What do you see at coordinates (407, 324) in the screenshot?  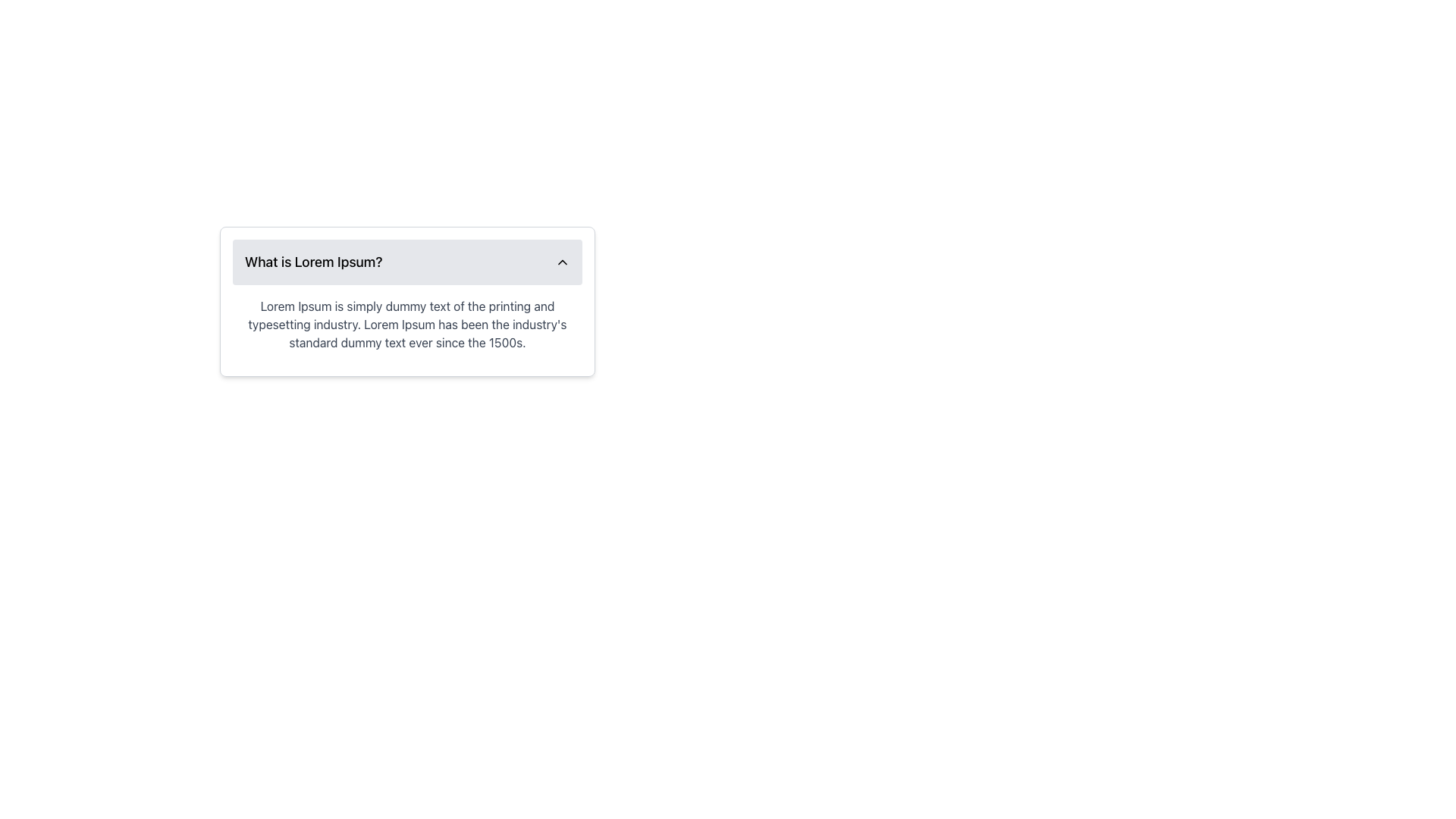 I see `text from the Text Block containing 'Lorem Ipsum is simply dummy text of the printing and typesetting industry.' located under the heading 'What is Lorem Ipsum?'` at bounding box center [407, 324].